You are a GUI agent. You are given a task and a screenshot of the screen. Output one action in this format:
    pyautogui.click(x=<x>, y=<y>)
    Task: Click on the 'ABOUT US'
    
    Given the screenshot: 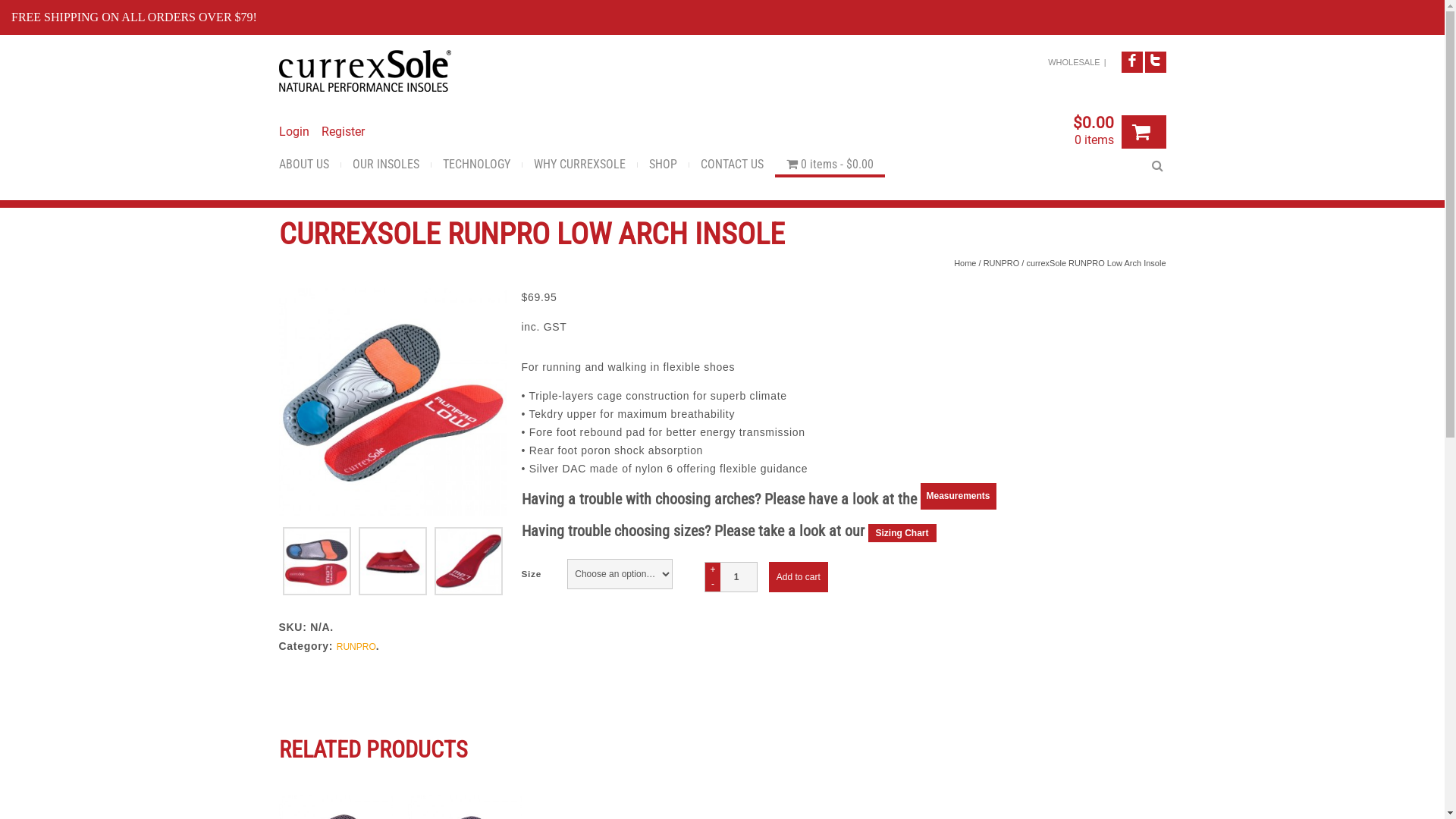 What is the action you would take?
    pyautogui.click(x=309, y=166)
    